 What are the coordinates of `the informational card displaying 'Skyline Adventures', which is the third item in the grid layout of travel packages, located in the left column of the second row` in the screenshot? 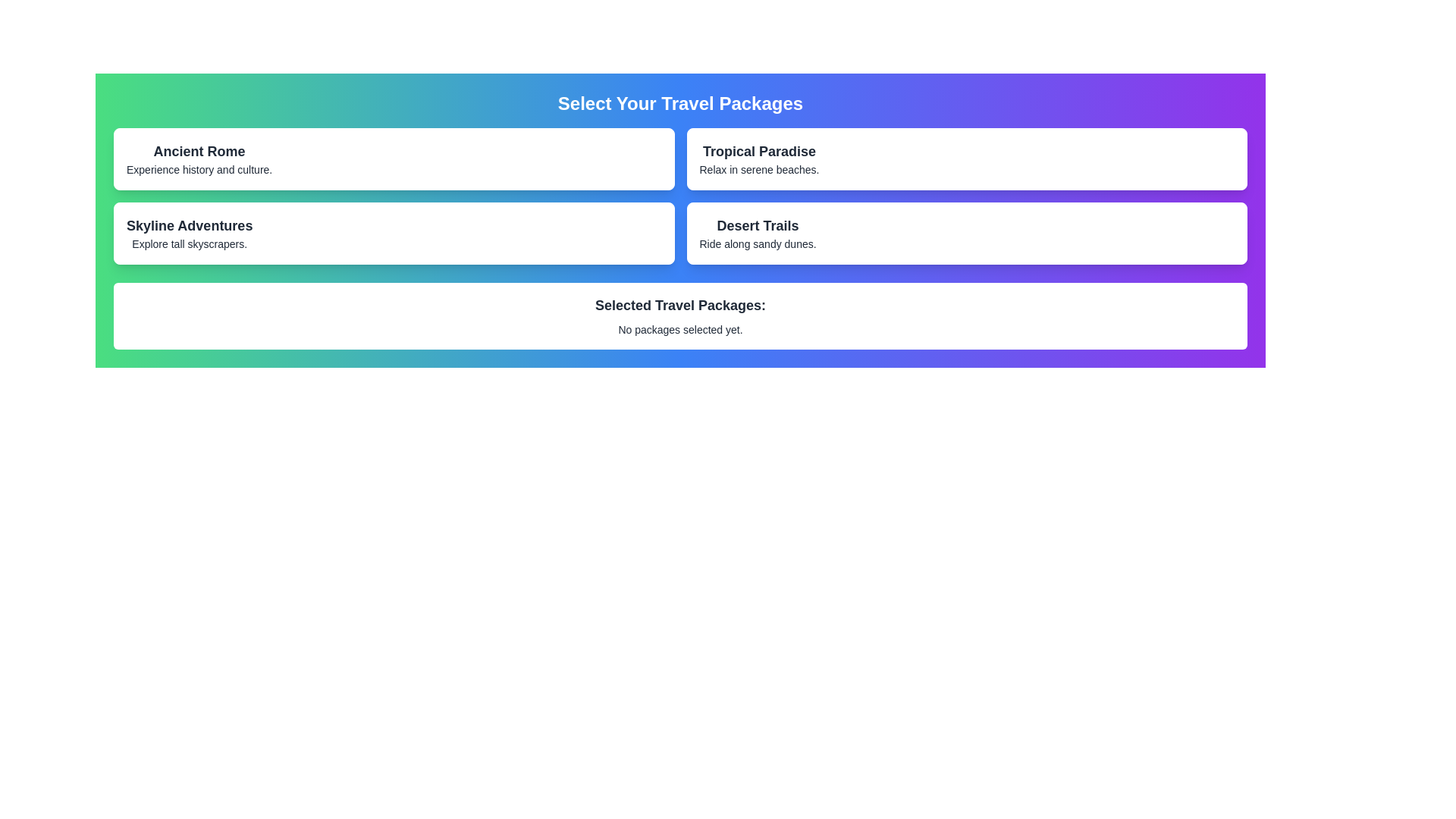 It's located at (394, 234).